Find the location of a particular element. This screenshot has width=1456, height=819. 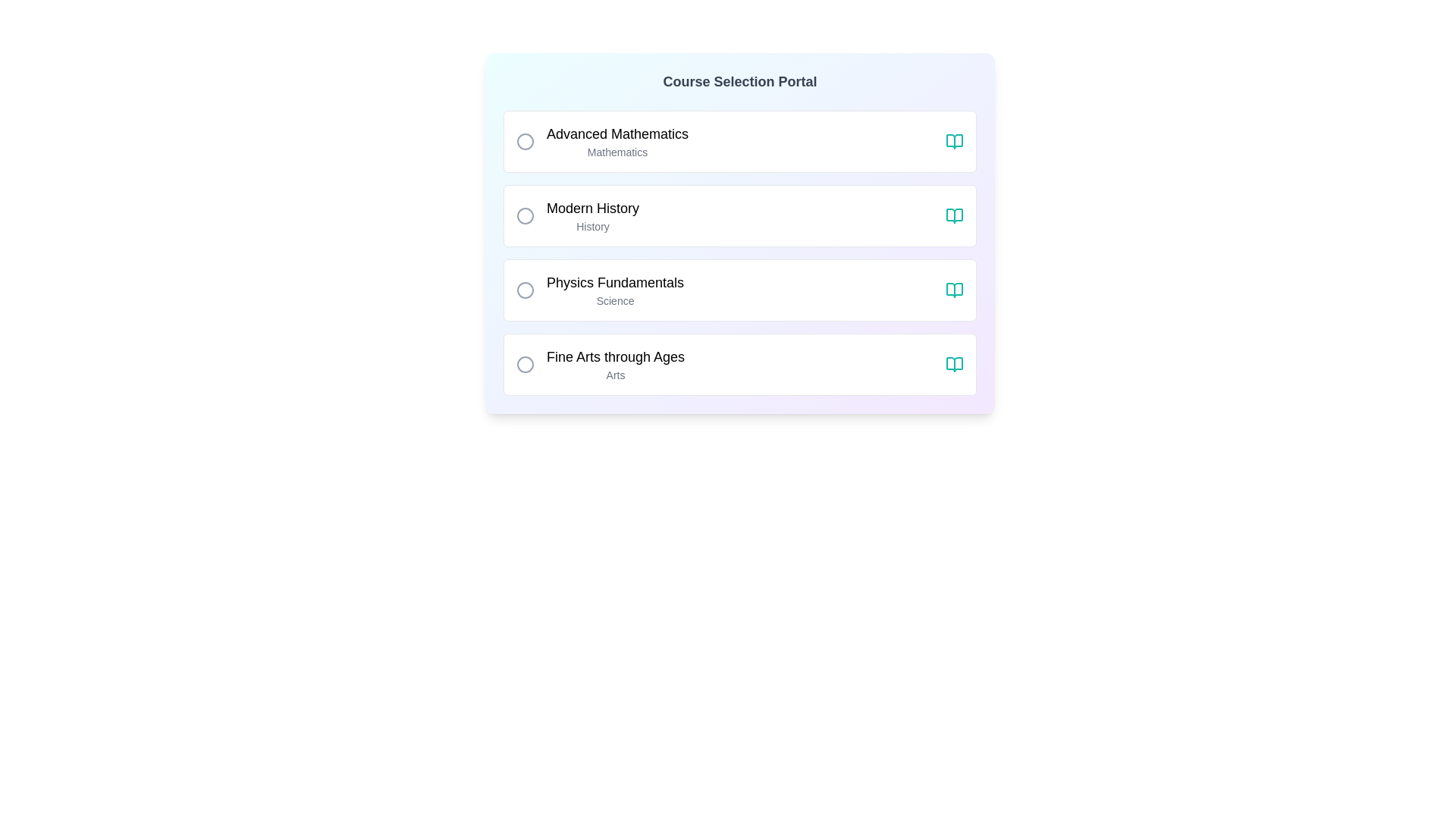

the text label 'Mathematics' which is displayed in a small-sized, gray font, located directly below the 'Advanced Mathematics' title in the first selectable item of the list is located at coordinates (617, 152).